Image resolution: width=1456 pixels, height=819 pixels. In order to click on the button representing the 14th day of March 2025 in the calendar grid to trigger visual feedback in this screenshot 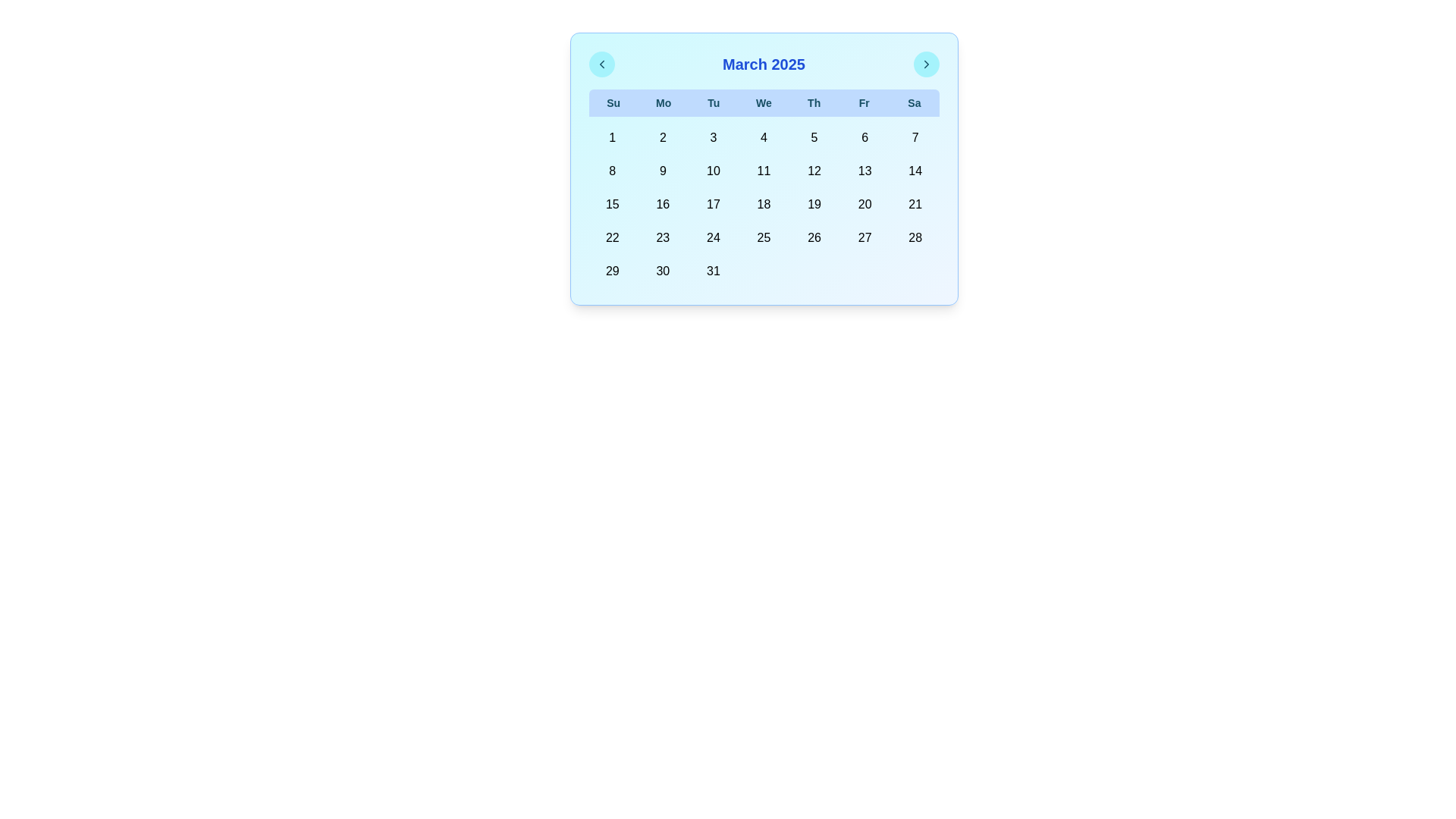, I will do `click(915, 171)`.